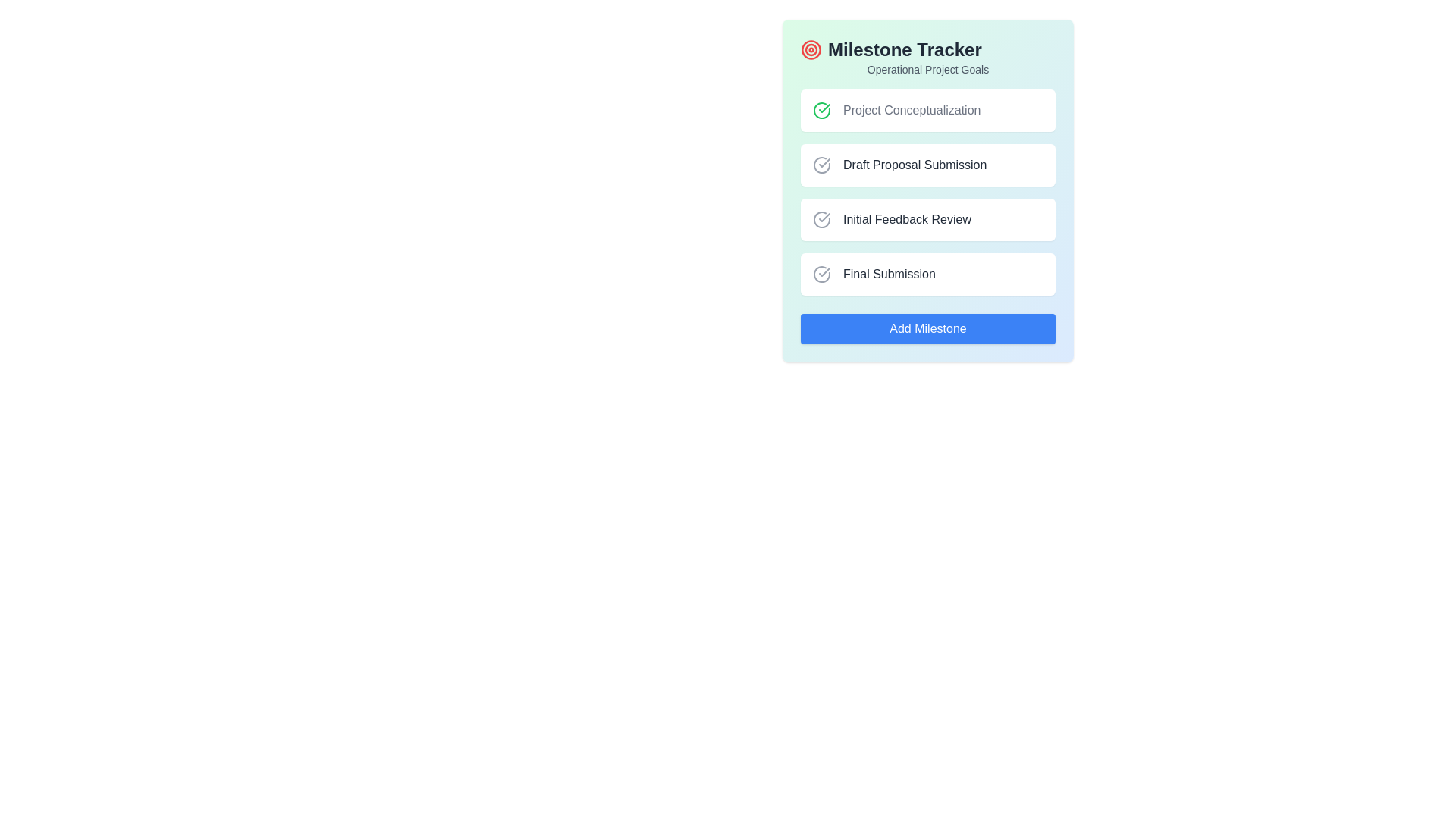 The width and height of the screenshot is (1456, 819). Describe the element at coordinates (927, 219) in the screenshot. I see `the Milestone item labeled 'Initial Feedback Review' in the Milestone Tracker section` at that location.